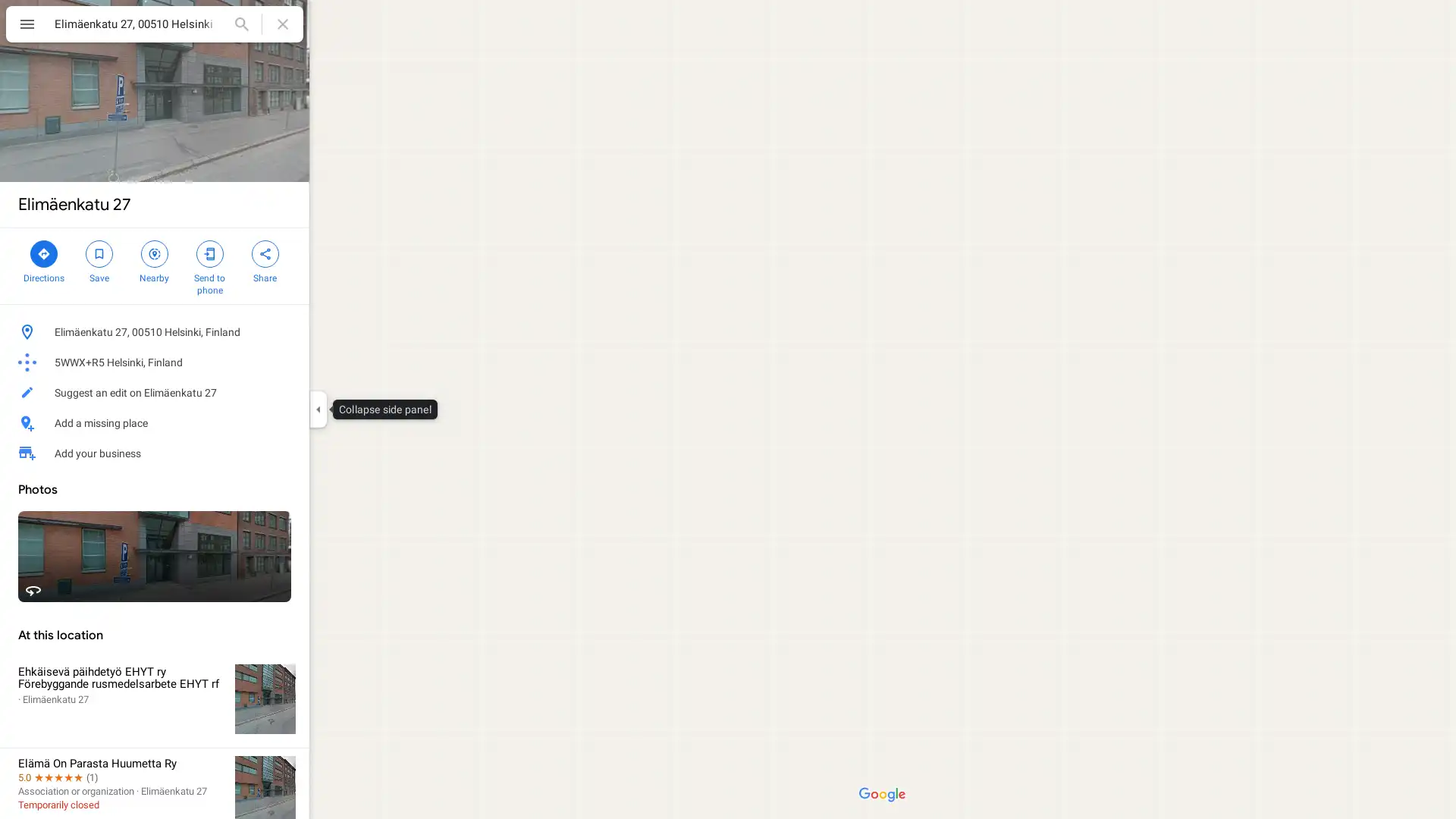 The image size is (1456, 819). What do you see at coordinates (209, 265) in the screenshot?
I see `Send Elimaenkatu 27 to your phone` at bounding box center [209, 265].